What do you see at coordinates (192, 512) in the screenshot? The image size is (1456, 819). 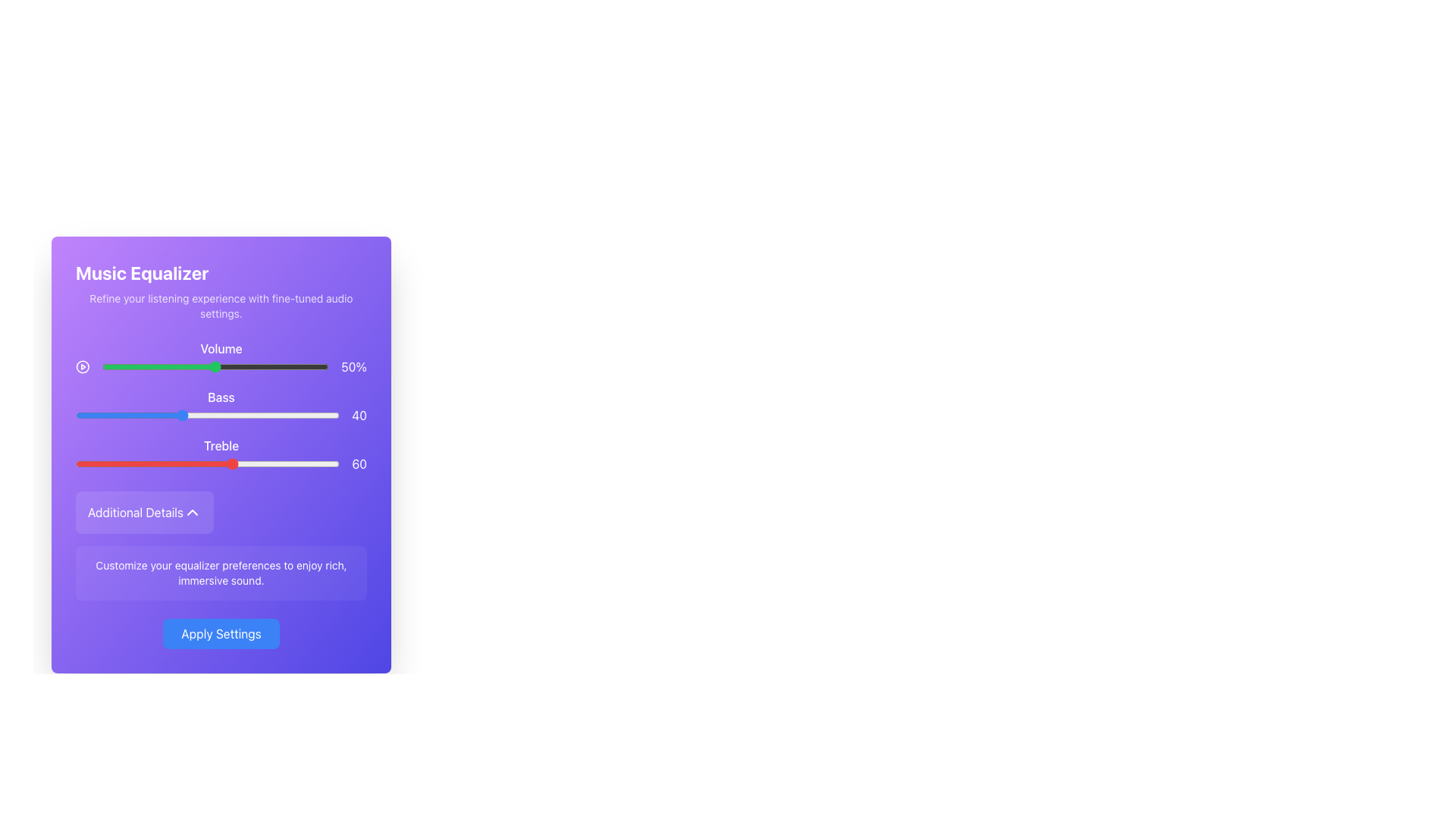 I see `the expandable/collapsible icon in the 'Additional Details' section of the Music Equalizer panel` at bounding box center [192, 512].